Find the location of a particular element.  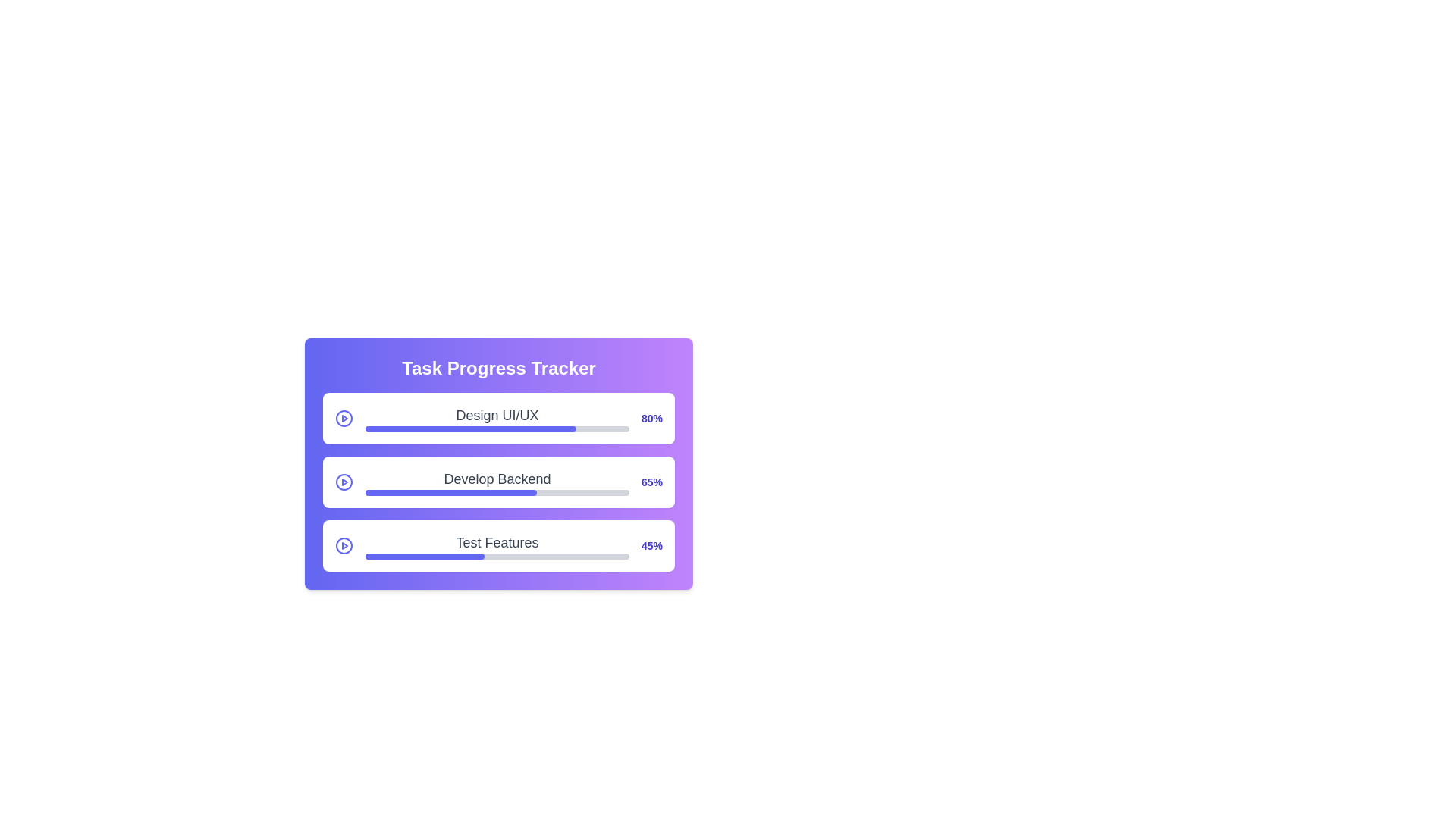

the button located to the left of the 'Develop Backend' task bar to initiate or view the associated task action is located at coordinates (344, 482).